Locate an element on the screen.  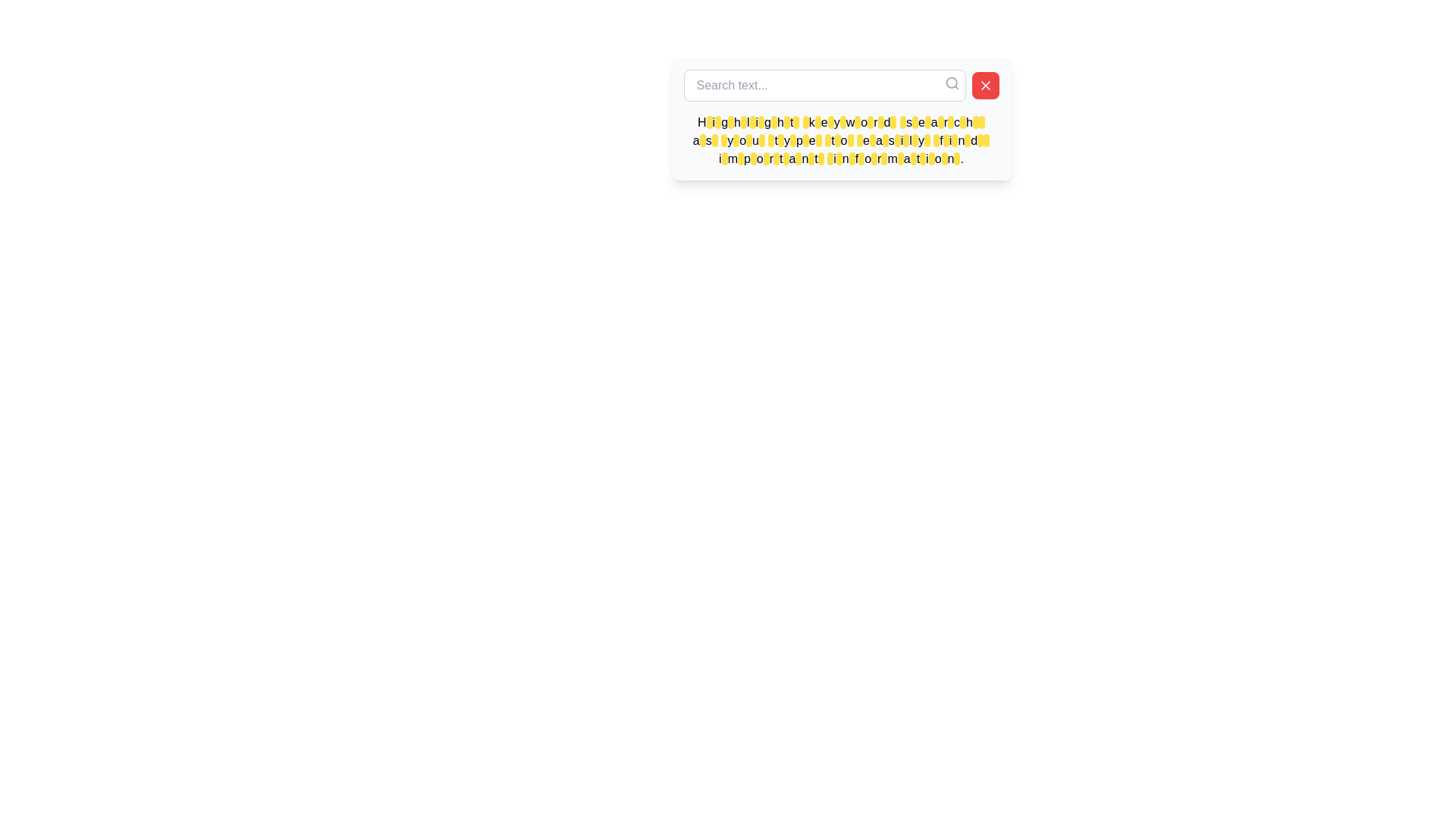
the 39th occurrence of the small, rounded yellow highlight marker located within the explanation text below the search bar is located at coordinates (943, 158).